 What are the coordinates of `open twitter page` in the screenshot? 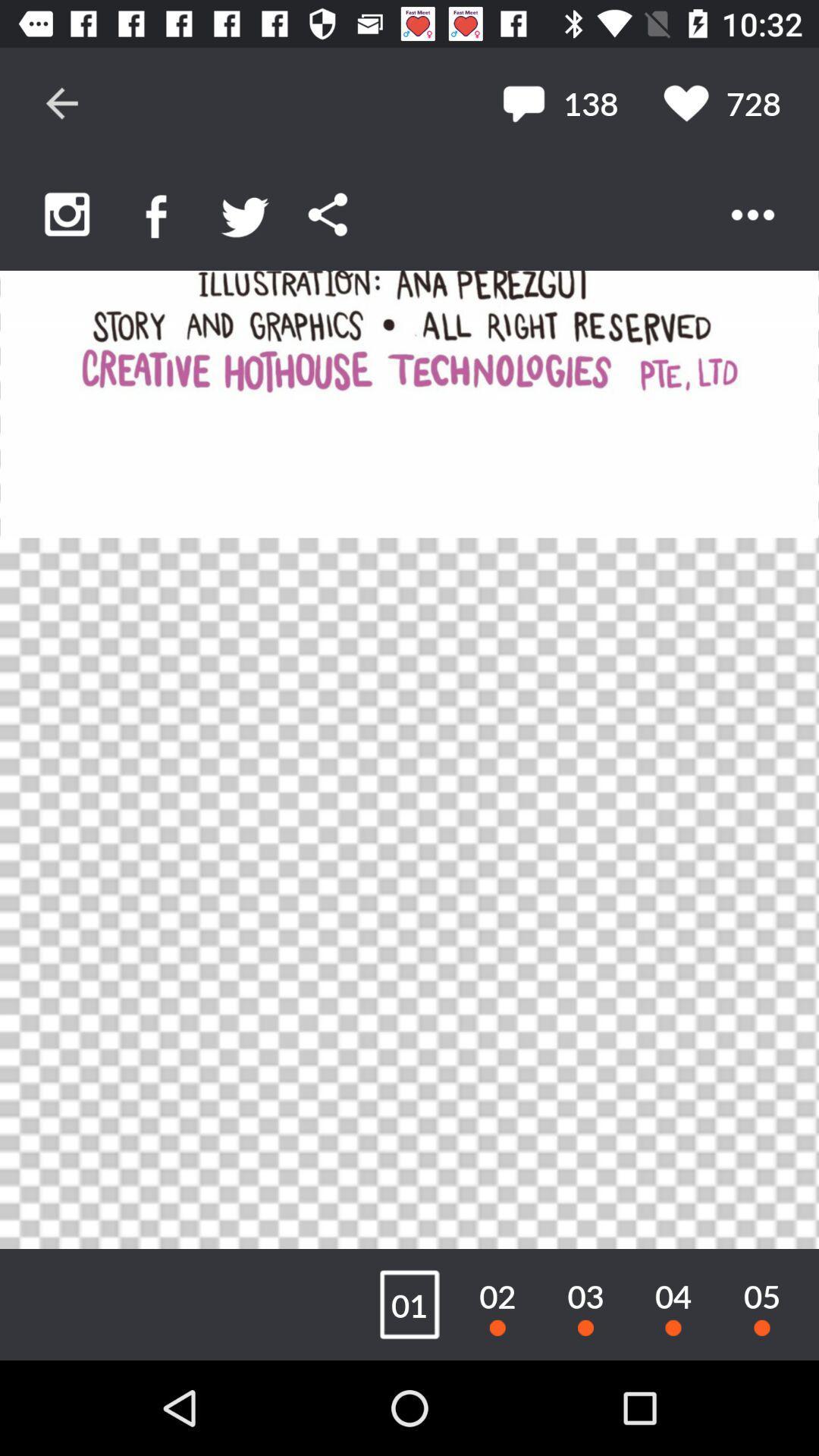 It's located at (244, 214).